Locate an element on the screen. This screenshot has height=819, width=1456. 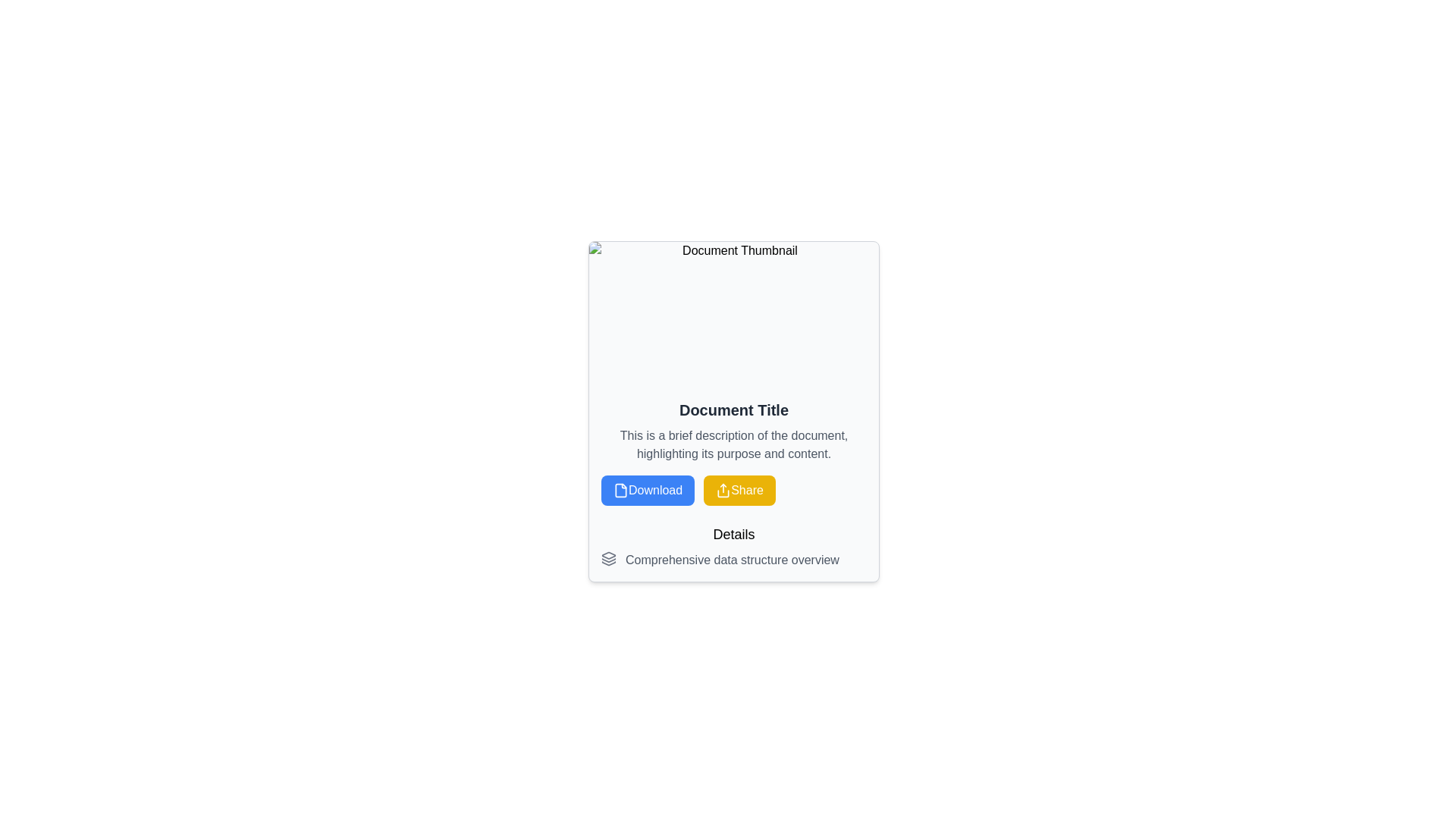
text element located below the 'Details' header, which summarizes or categorizes information about data structure overviews is located at coordinates (734, 560).